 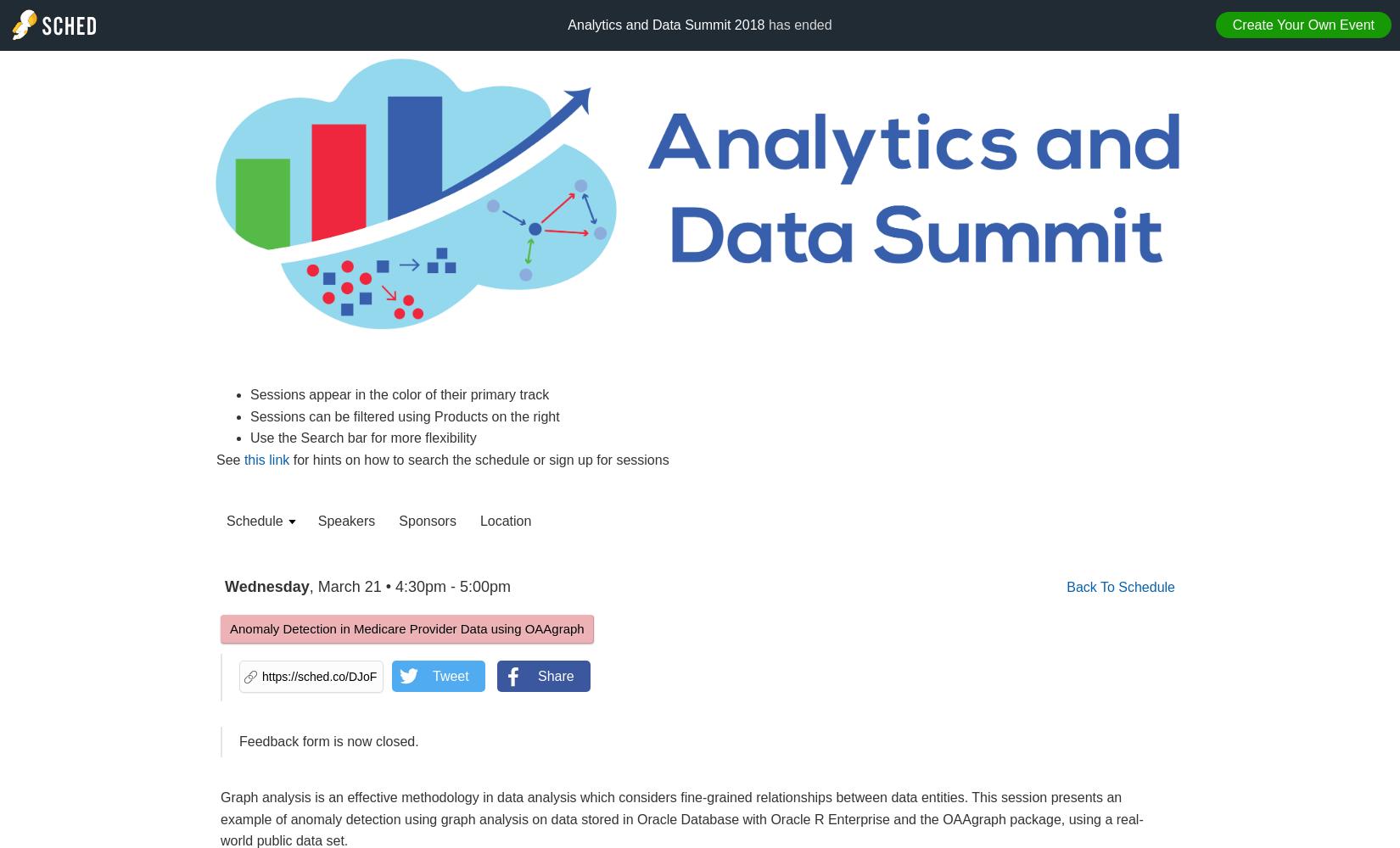 What do you see at coordinates (408, 586) in the screenshot?
I see `', March 21 •
       4:30pm -  5:00pm'` at bounding box center [408, 586].